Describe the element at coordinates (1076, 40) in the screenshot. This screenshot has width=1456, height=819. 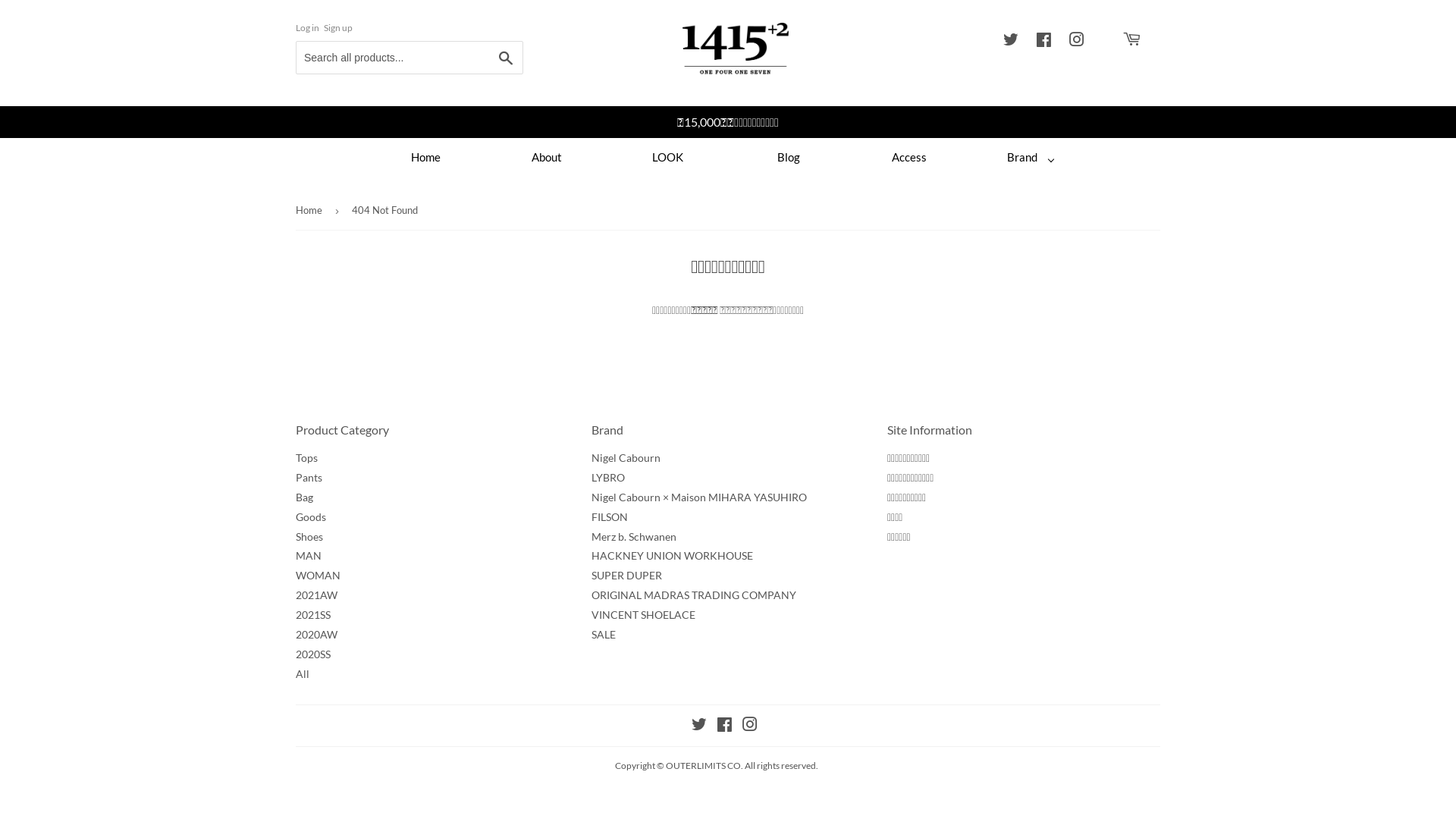
I see `'Instagram'` at that location.